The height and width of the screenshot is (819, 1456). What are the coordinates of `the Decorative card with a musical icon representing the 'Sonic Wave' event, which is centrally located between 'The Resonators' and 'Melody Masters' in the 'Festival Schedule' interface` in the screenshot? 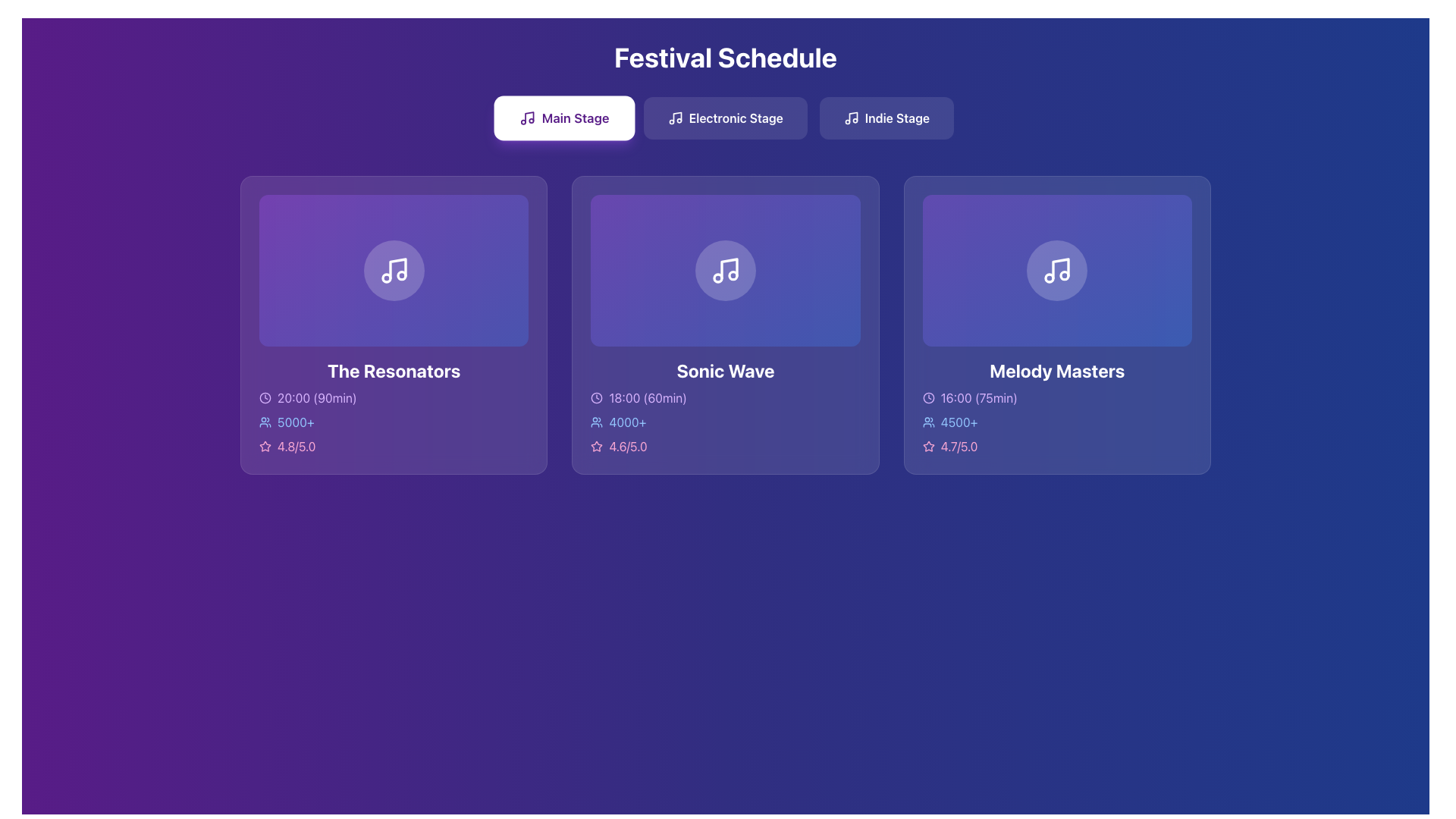 It's located at (724, 269).